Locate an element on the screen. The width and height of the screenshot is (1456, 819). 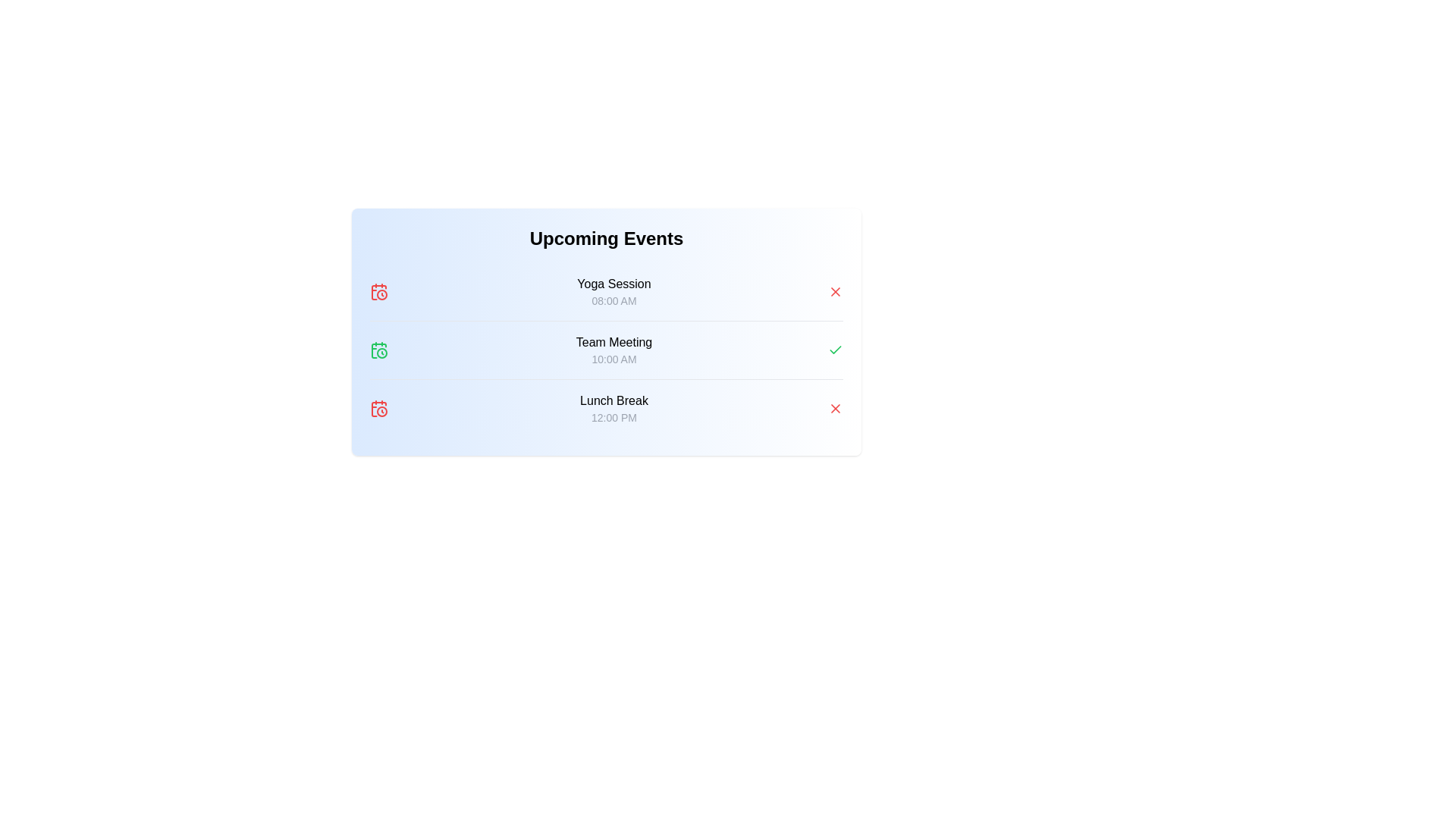
text of the 'Team Meeting' title label located centrally above the '10:00 AM' subtext in the event schedule, specifically the second item from the top is located at coordinates (614, 342).